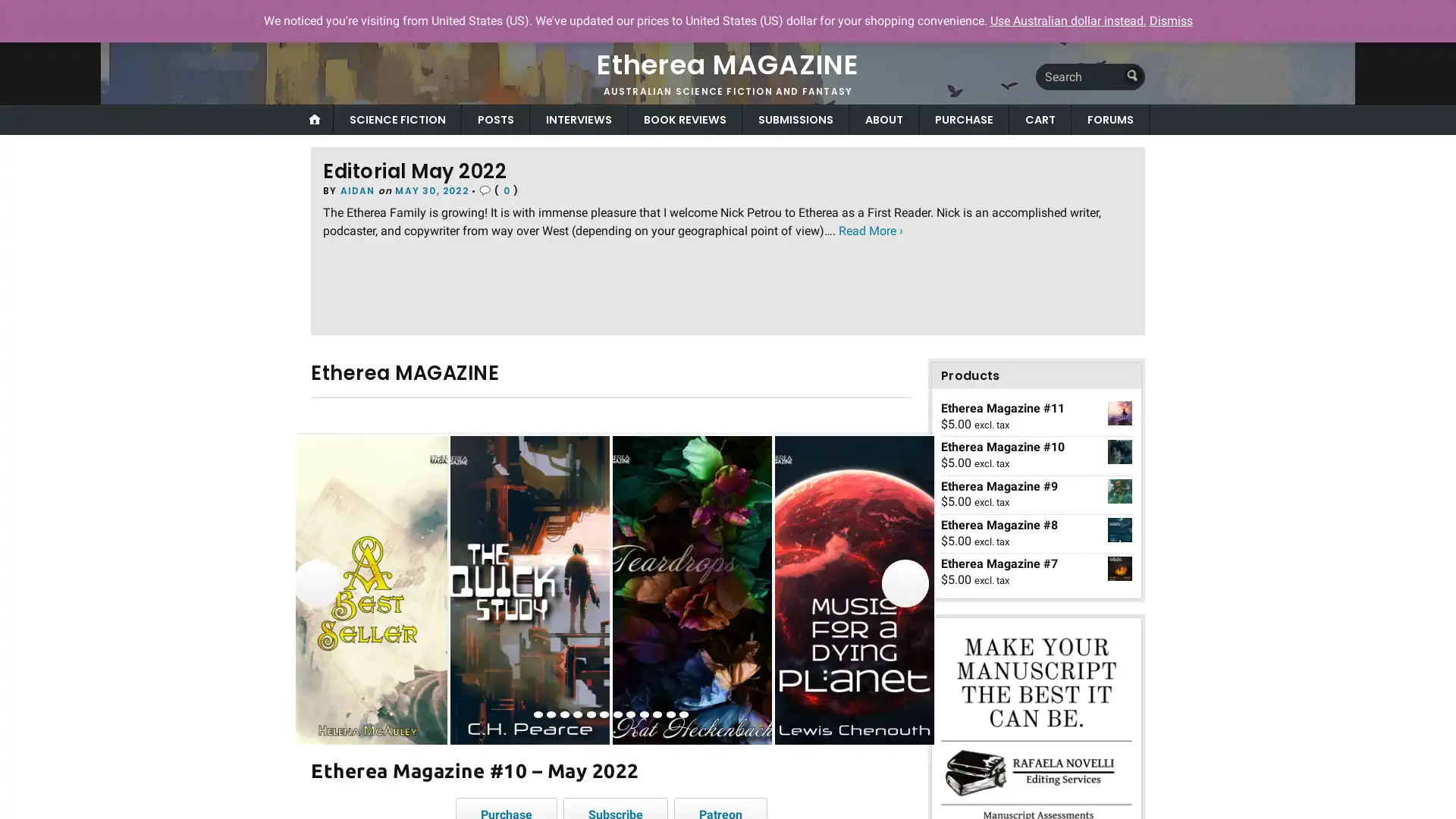 This screenshot has height=819, width=1456. Describe the element at coordinates (603, 714) in the screenshot. I see `view image 6 of 12 in carousel` at that location.